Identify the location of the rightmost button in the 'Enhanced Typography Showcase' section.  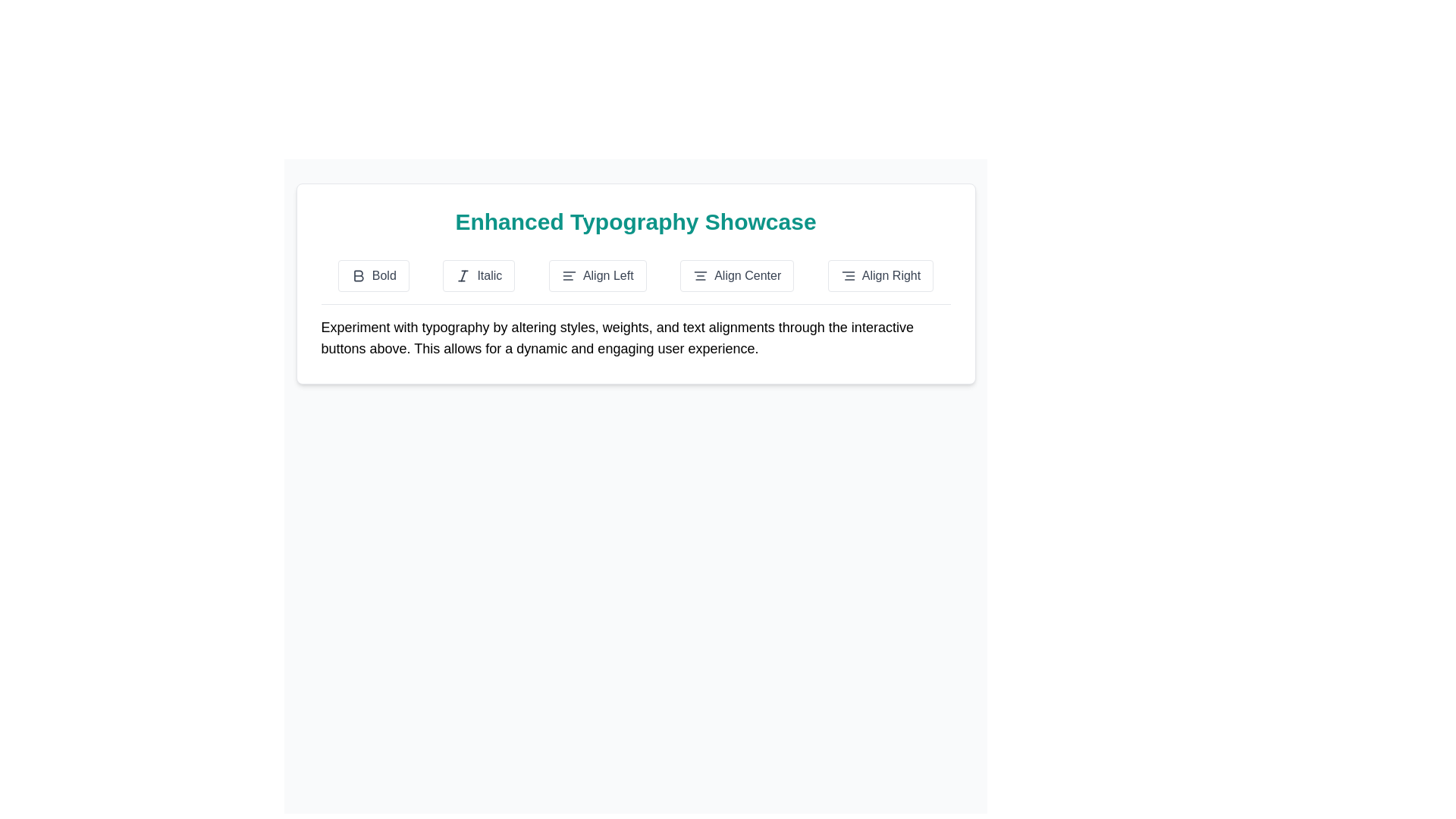
(880, 275).